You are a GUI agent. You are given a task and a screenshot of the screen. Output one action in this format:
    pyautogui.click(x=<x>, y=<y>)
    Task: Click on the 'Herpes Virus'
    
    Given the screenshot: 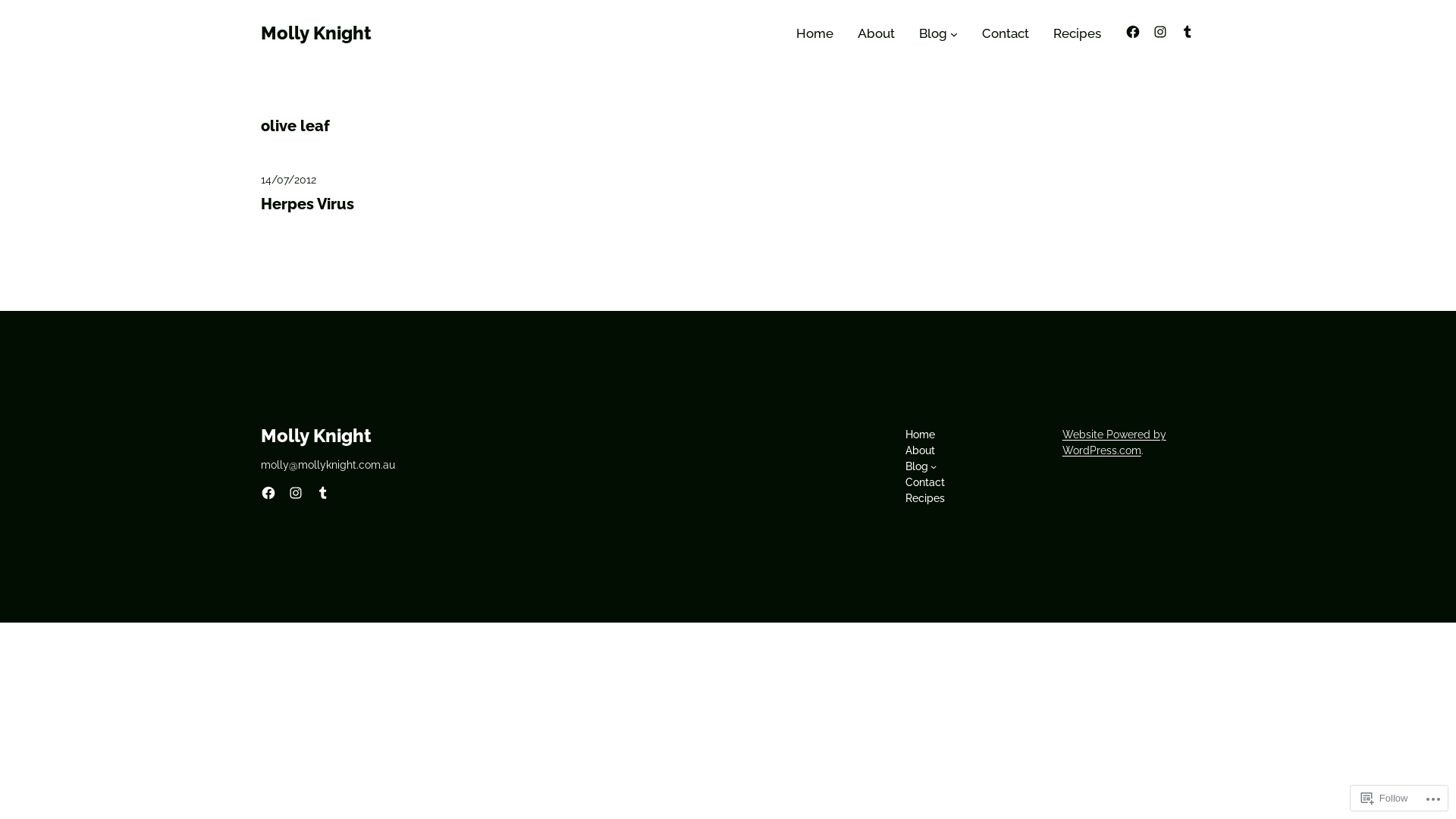 What is the action you would take?
    pyautogui.click(x=306, y=203)
    